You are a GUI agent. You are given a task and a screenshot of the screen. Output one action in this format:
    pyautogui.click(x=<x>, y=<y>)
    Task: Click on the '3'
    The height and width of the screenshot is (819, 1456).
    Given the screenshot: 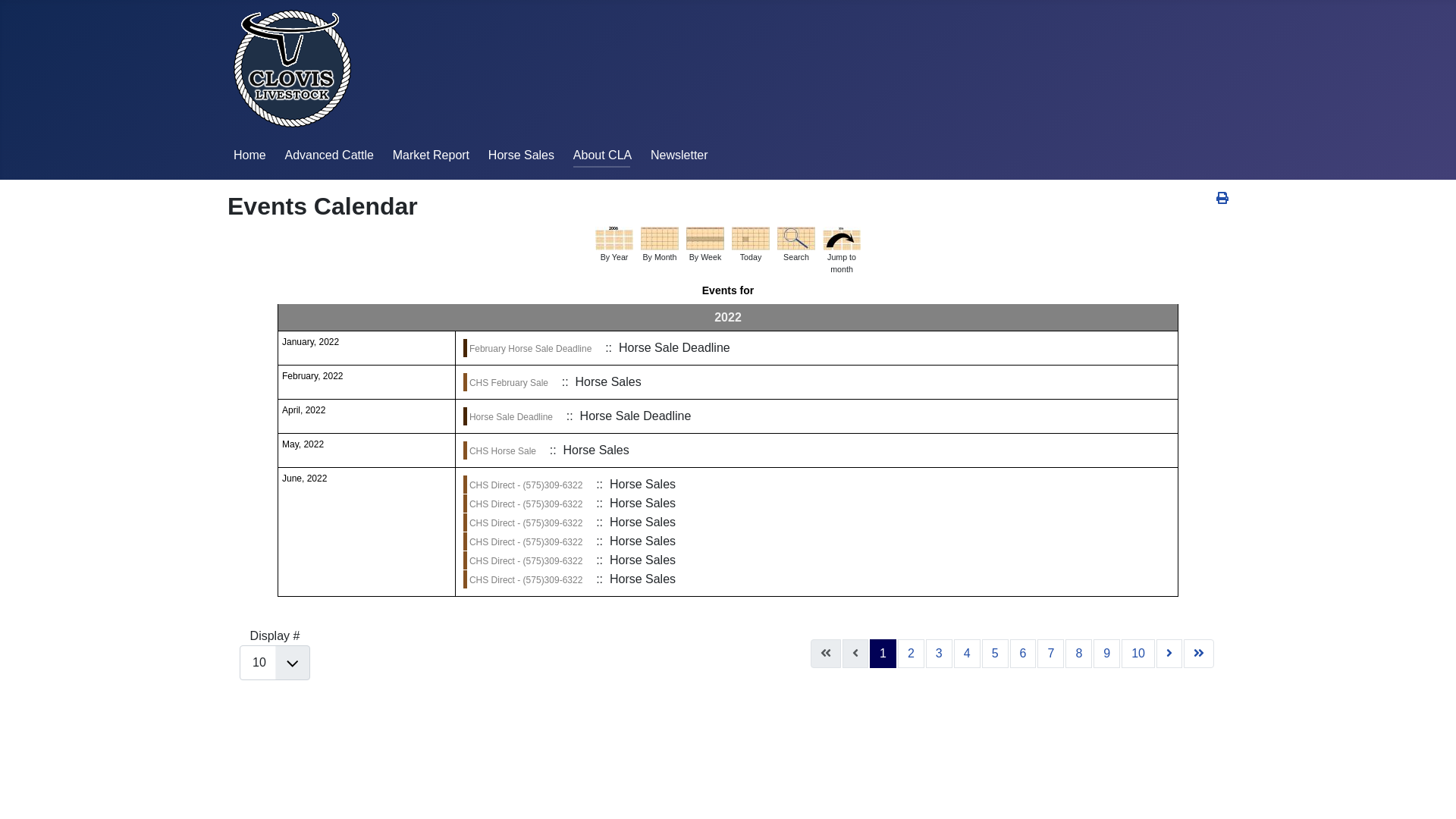 What is the action you would take?
    pyautogui.click(x=924, y=652)
    